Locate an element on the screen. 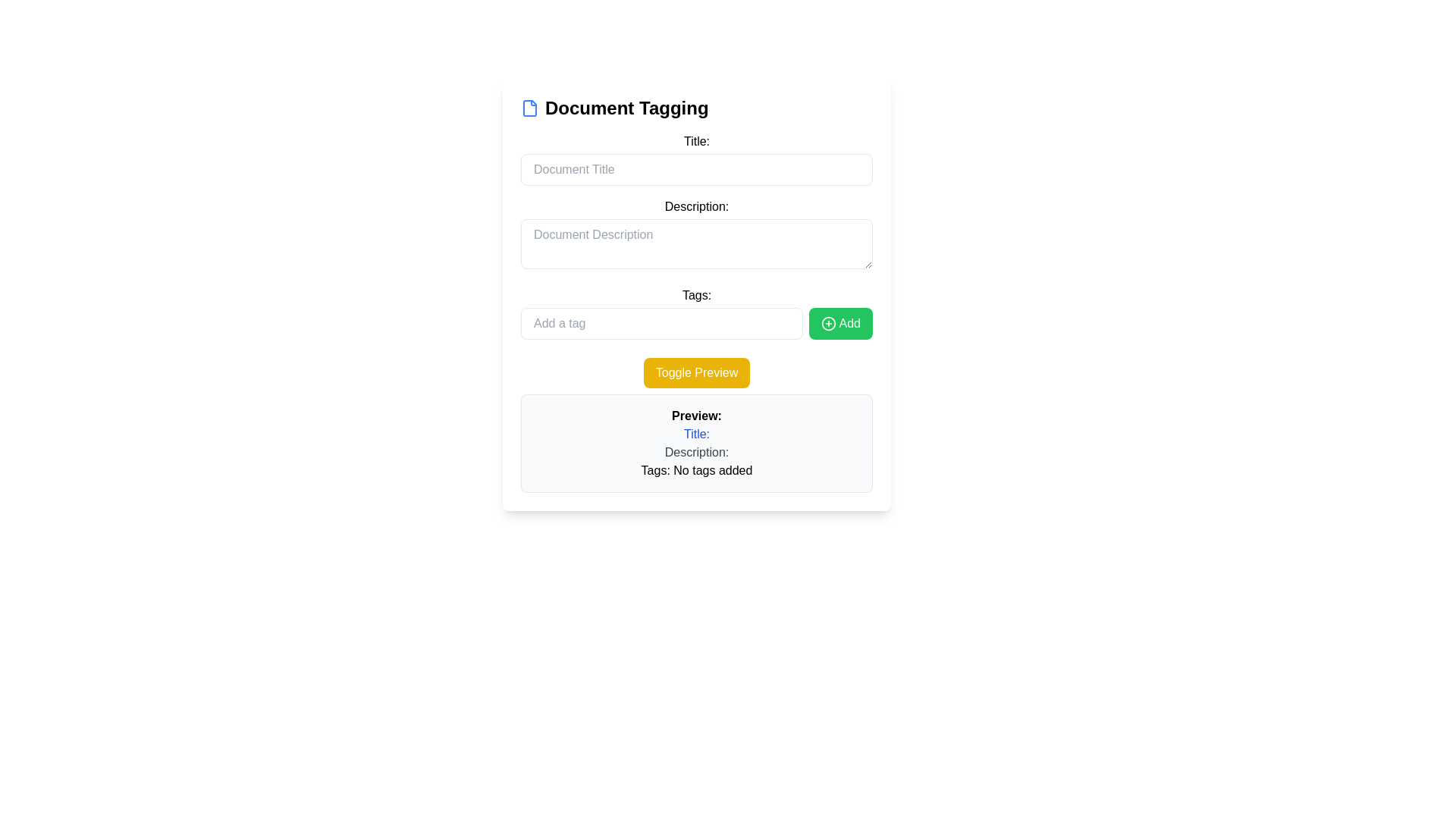  the static text label that identifies the title within the 'Preview' section, located below the 'Preview:' text and above the 'Description:' text is located at coordinates (695, 435).